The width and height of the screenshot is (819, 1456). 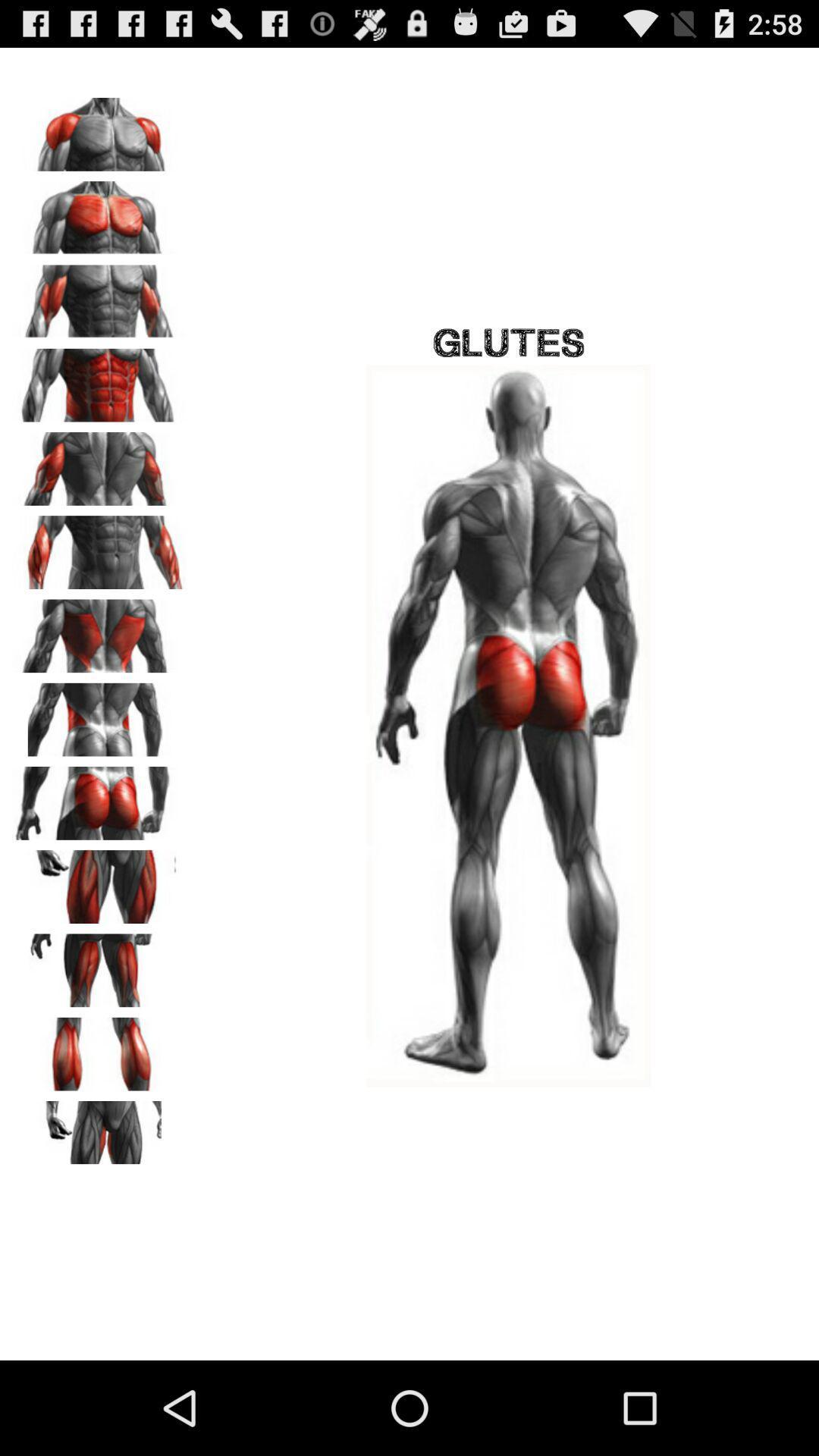 I want to click on this button will let you look at the leg muscles affected, so click(x=99, y=881).